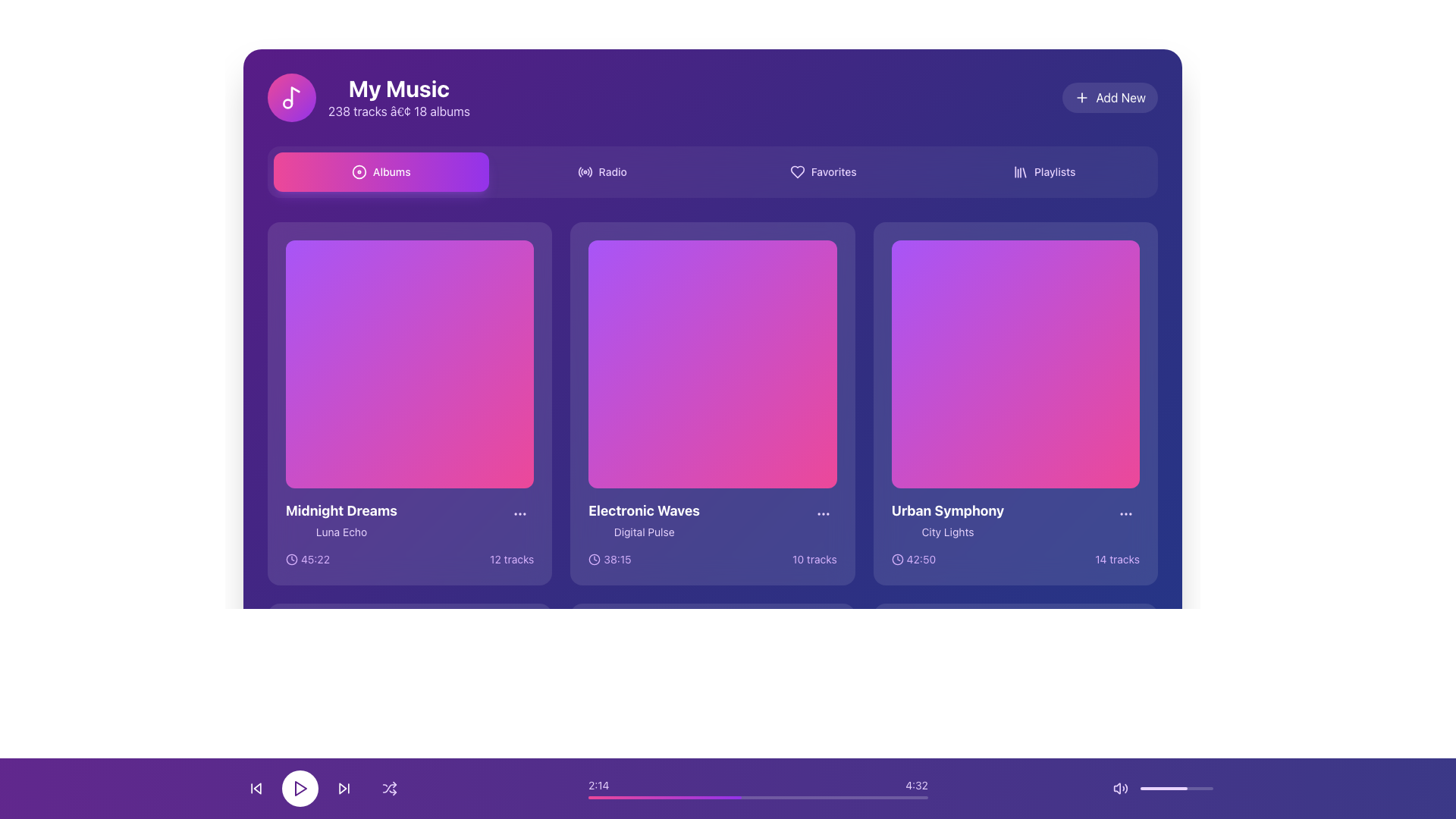 The height and width of the screenshot is (819, 1456). Describe the element at coordinates (287, 103) in the screenshot. I see `the small circular SVG element that is part of the musical note icon located on the lower-left side of the icon adjacent to the text 'My Music'` at that location.